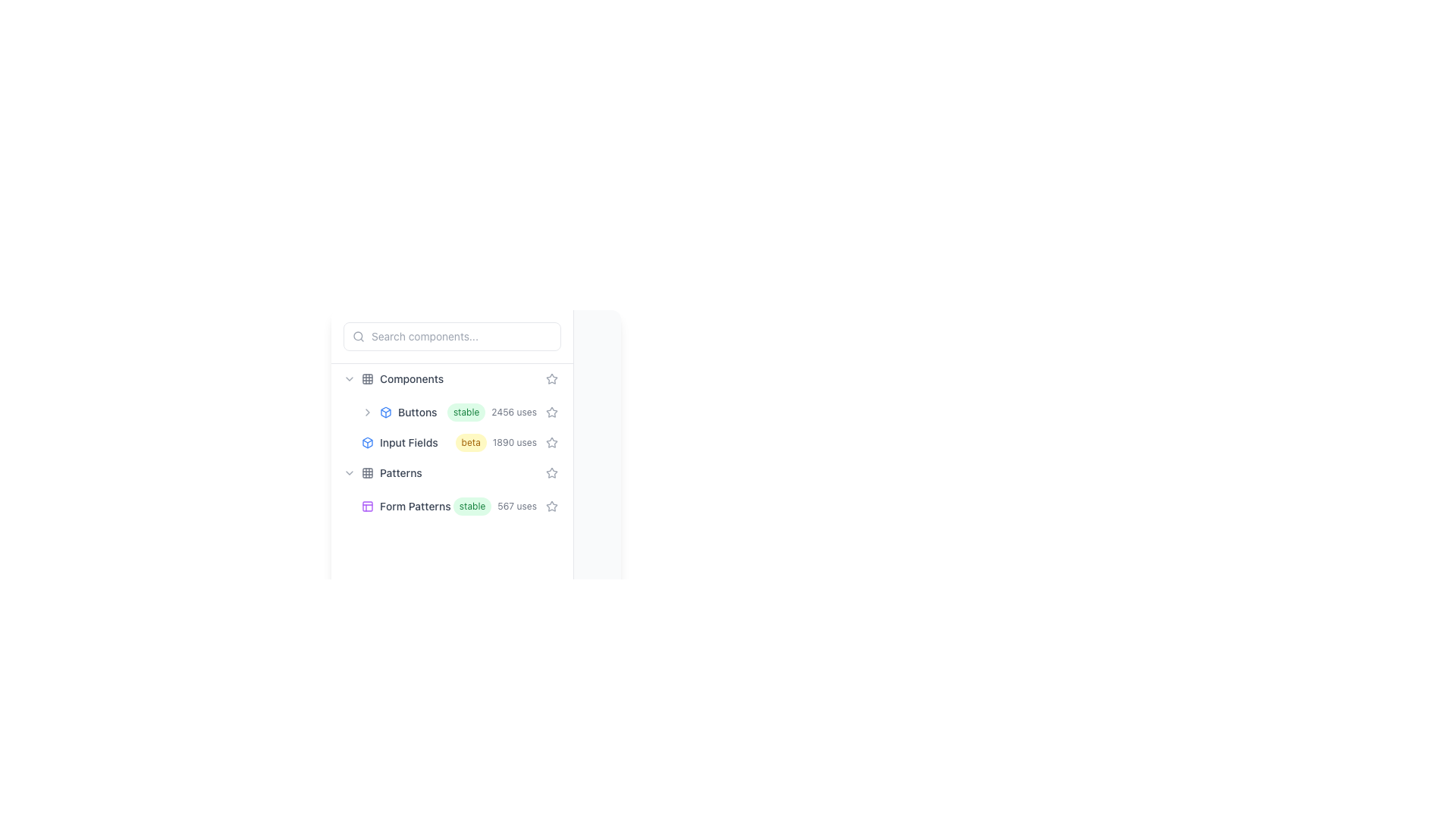  Describe the element at coordinates (551, 506) in the screenshot. I see `the star-shaped icon next to the 'Form Patterns' text in the 'Patterns' section` at that location.